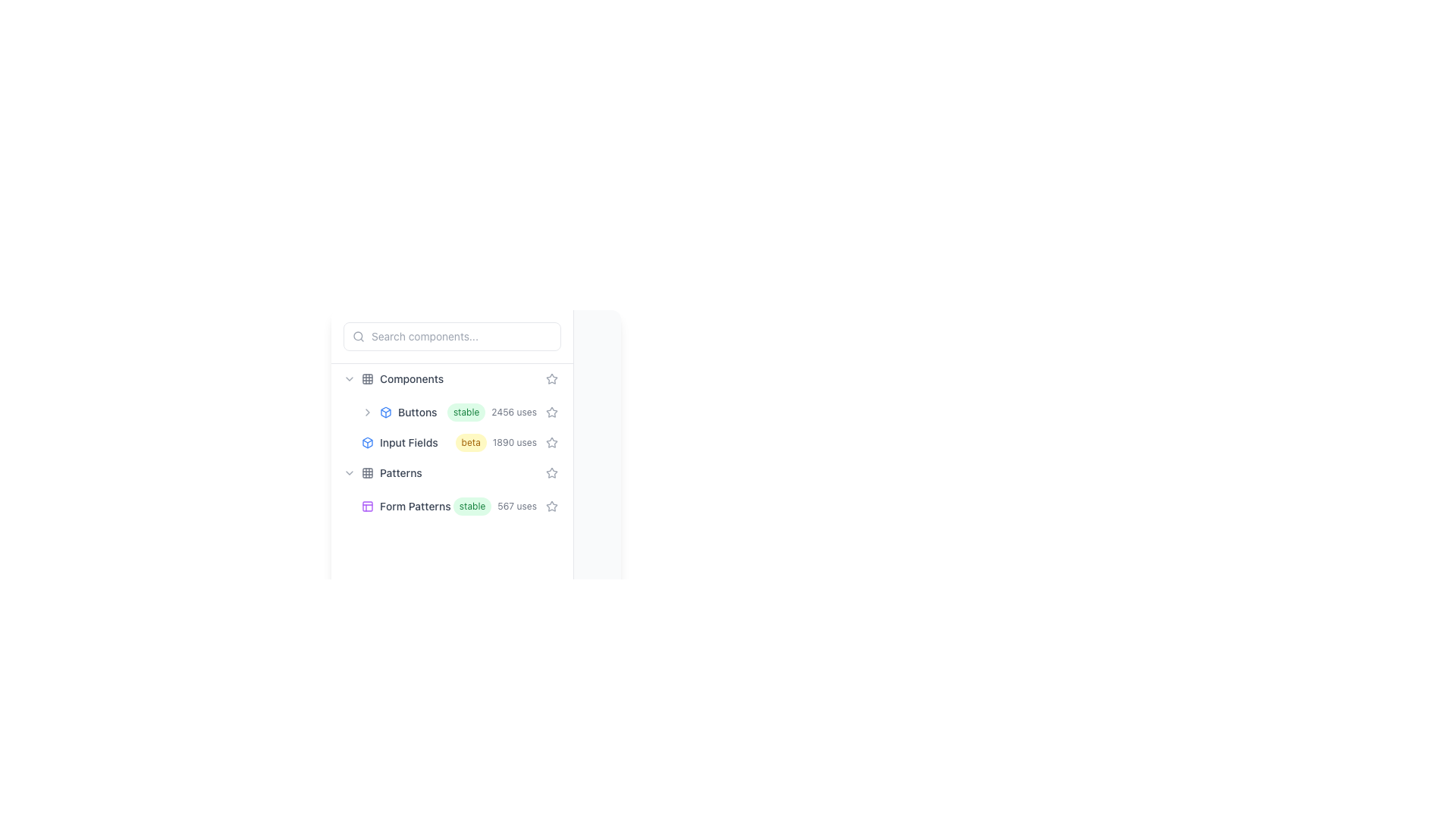  Describe the element at coordinates (551, 506) in the screenshot. I see `the star-shaped icon next to the 'Form Patterns' text in the 'Patterns' section` at that location.